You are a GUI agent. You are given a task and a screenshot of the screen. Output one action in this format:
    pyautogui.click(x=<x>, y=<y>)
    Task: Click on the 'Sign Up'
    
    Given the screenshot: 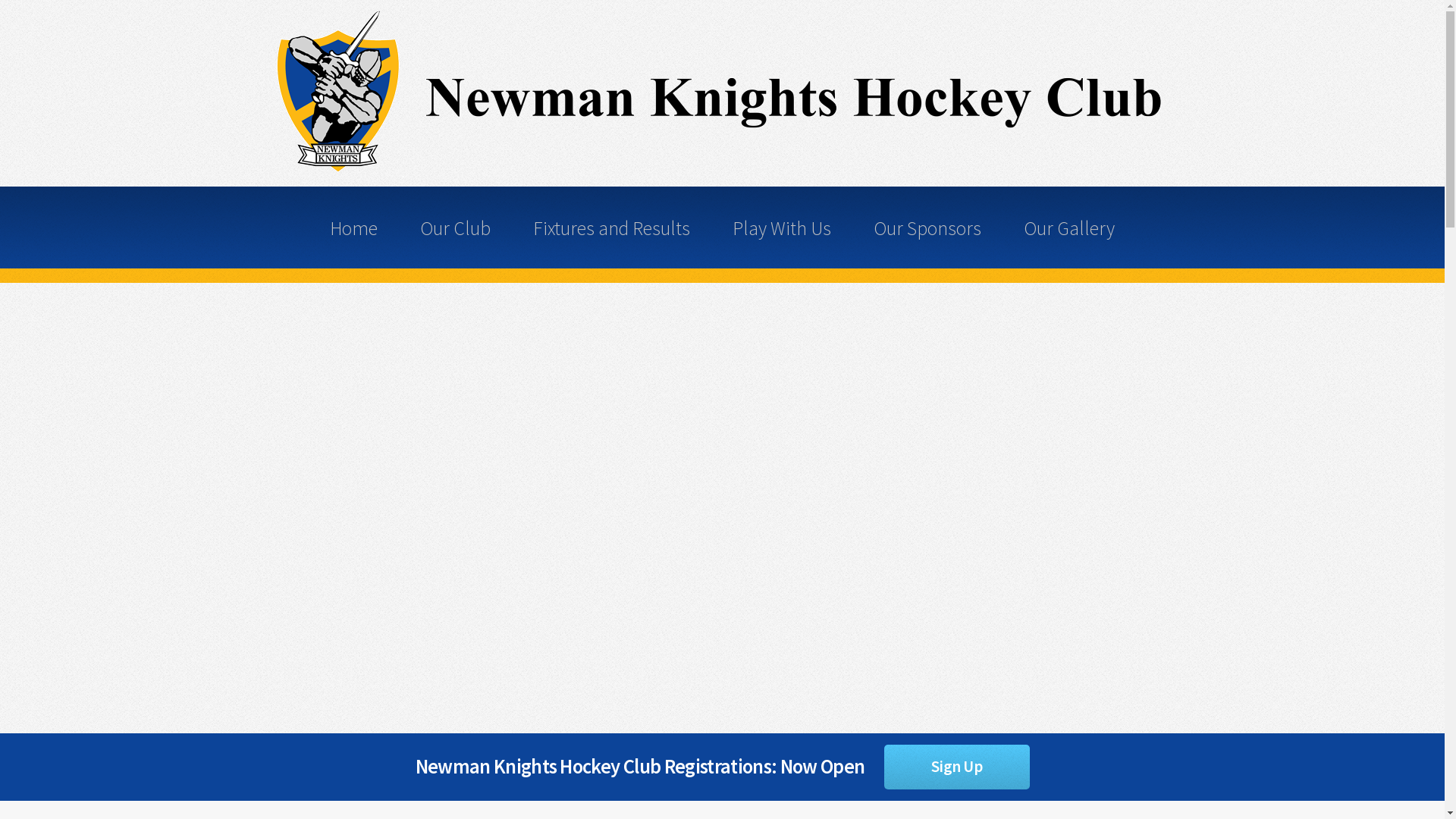 What is the action you would take?
    pyautogui.click(x=956, y=767)
    